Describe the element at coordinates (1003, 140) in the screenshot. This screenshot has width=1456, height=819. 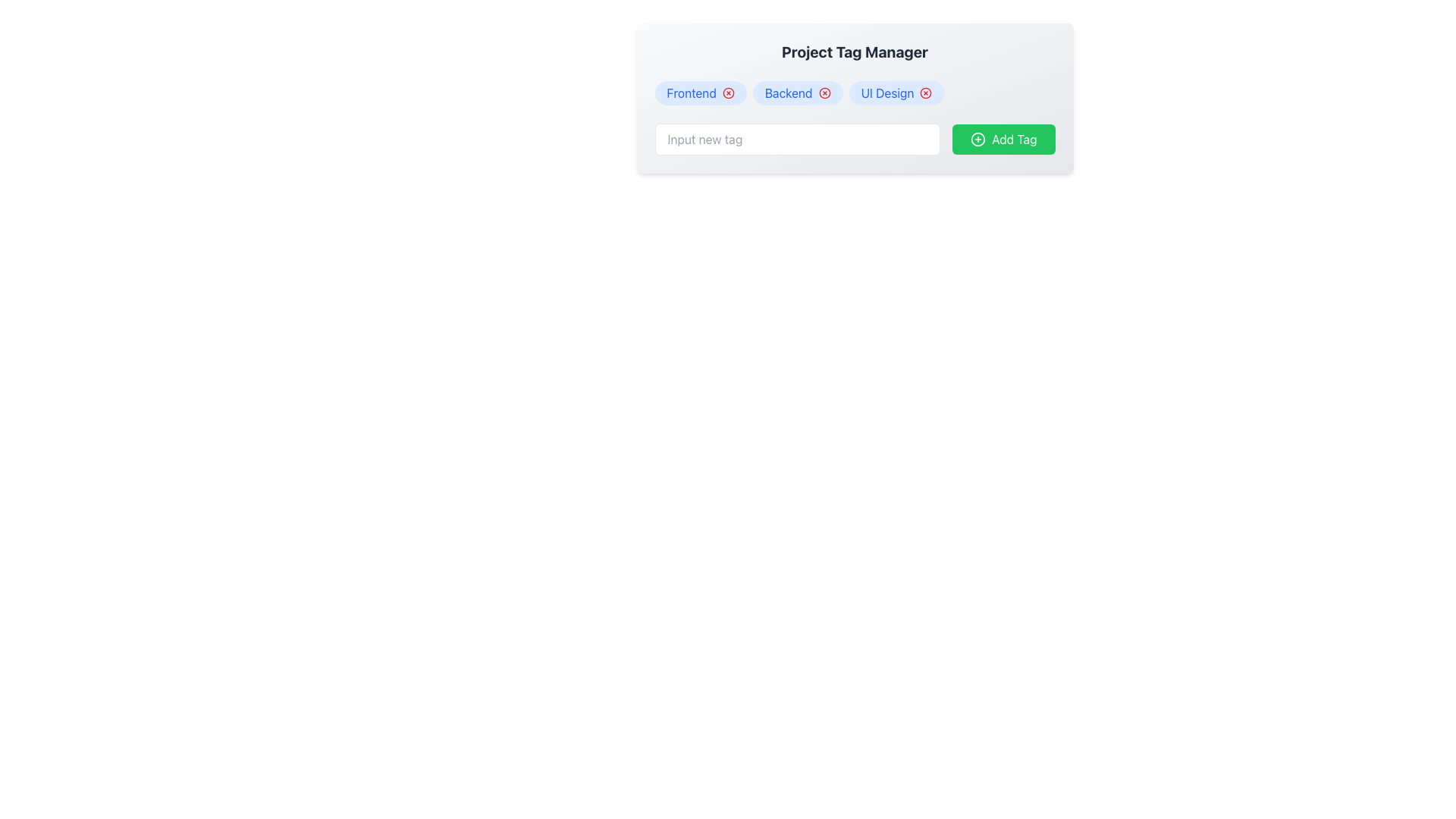
I see `the button located on the right side of the tag management interface to observe the hover effect` at that location.